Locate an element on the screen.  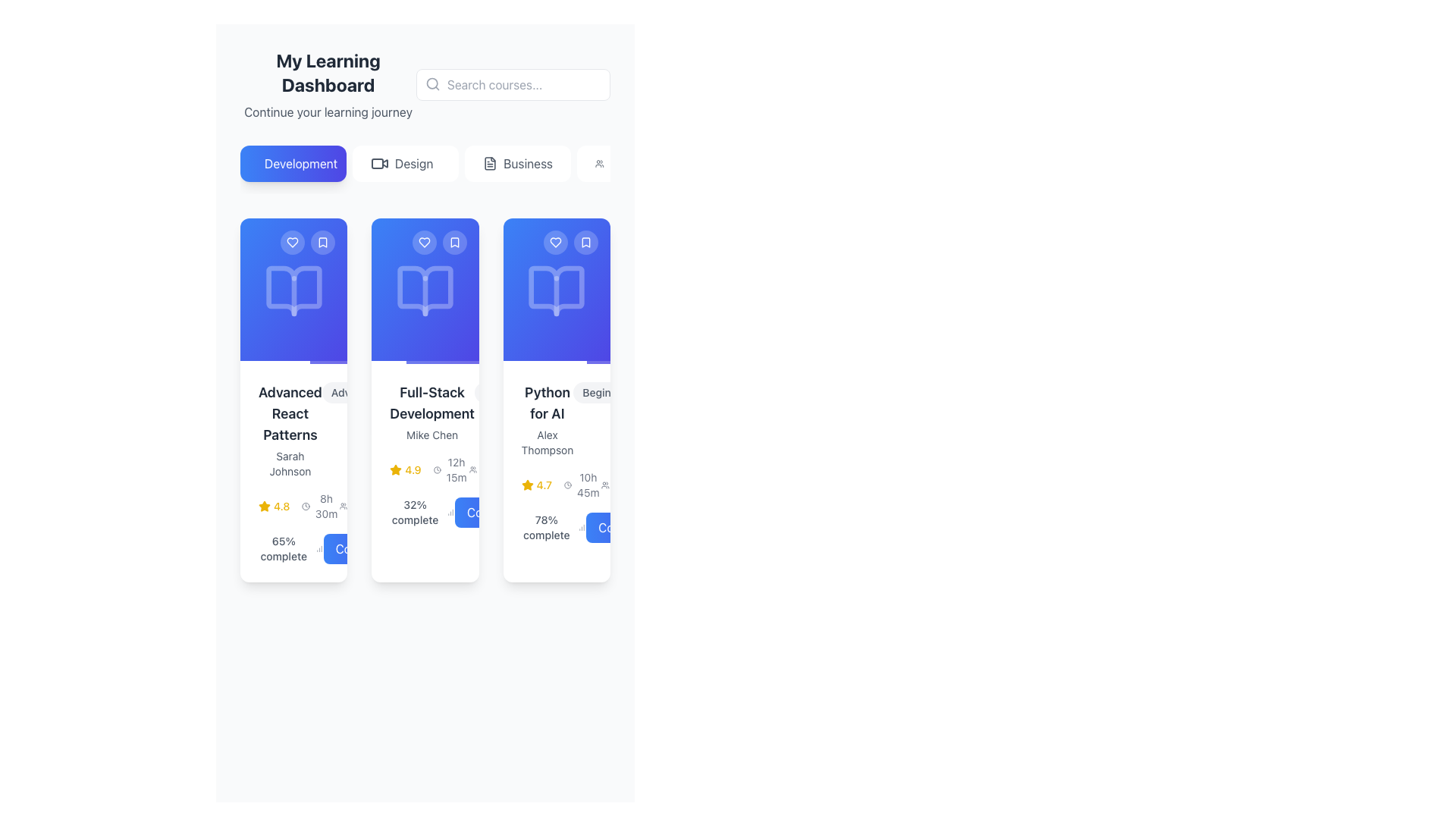
the 'Design' button, which is a light-colored rectangular button with rounded corners and the text 'Design' in medium-gray color, located between the 'Development' and 'Business' buttons, to filter the content related to 'Design' is located at coordinates (425, 169).